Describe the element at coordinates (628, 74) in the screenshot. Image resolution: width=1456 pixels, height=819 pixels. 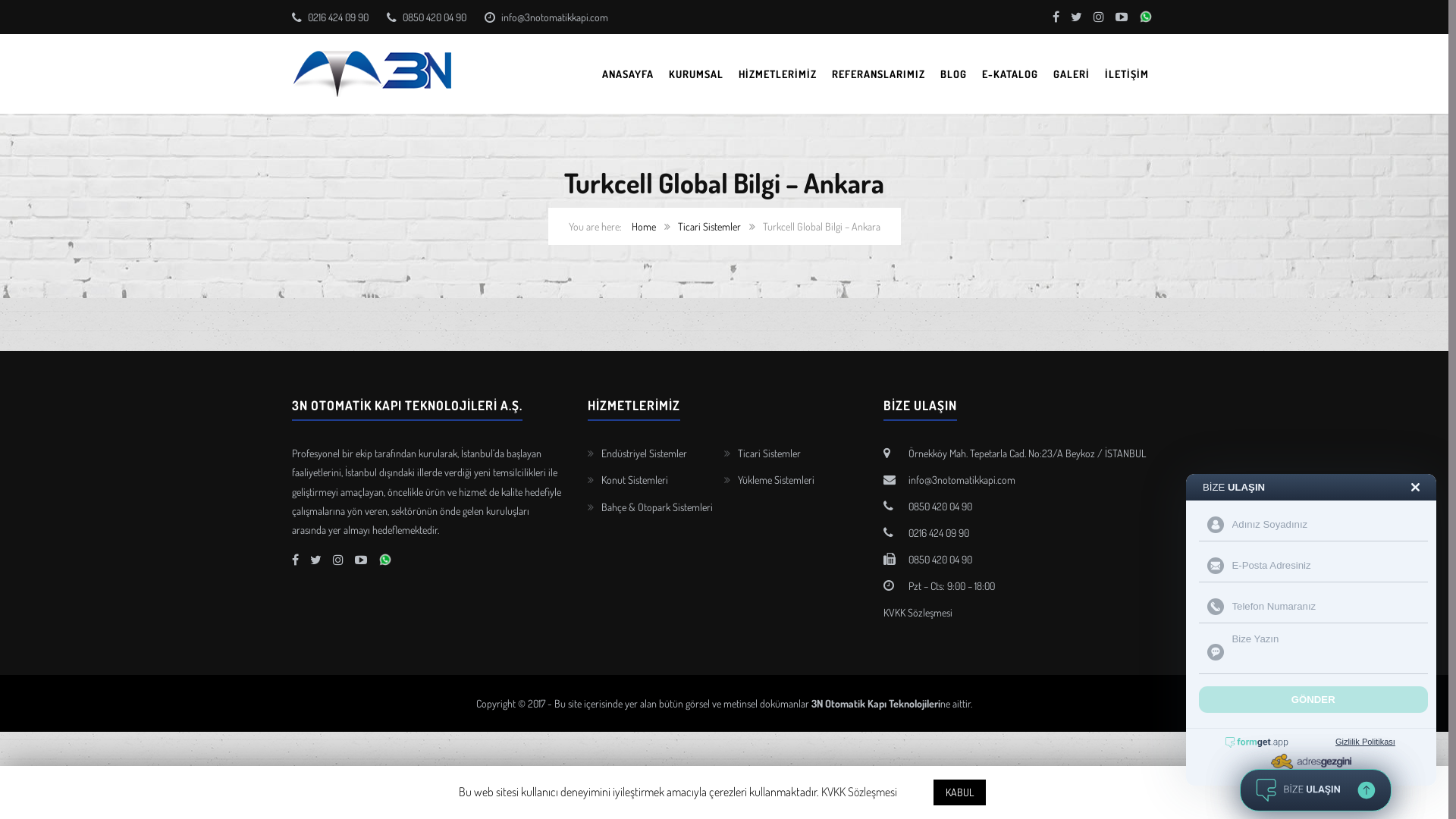
I see `'ANASAYFA'` at that location.